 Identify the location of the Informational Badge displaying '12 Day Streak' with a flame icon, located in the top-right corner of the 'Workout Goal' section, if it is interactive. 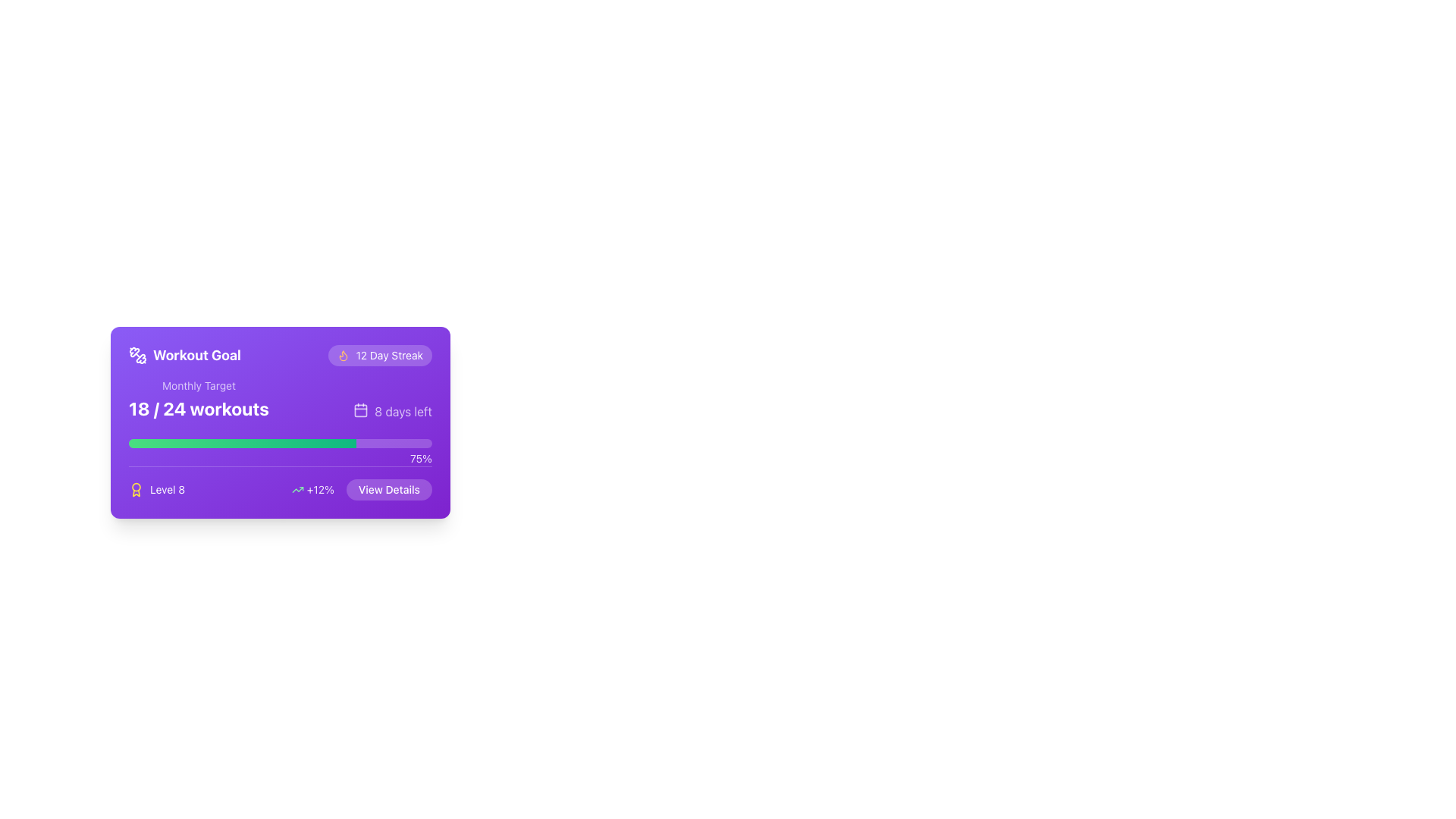
(380, 356).